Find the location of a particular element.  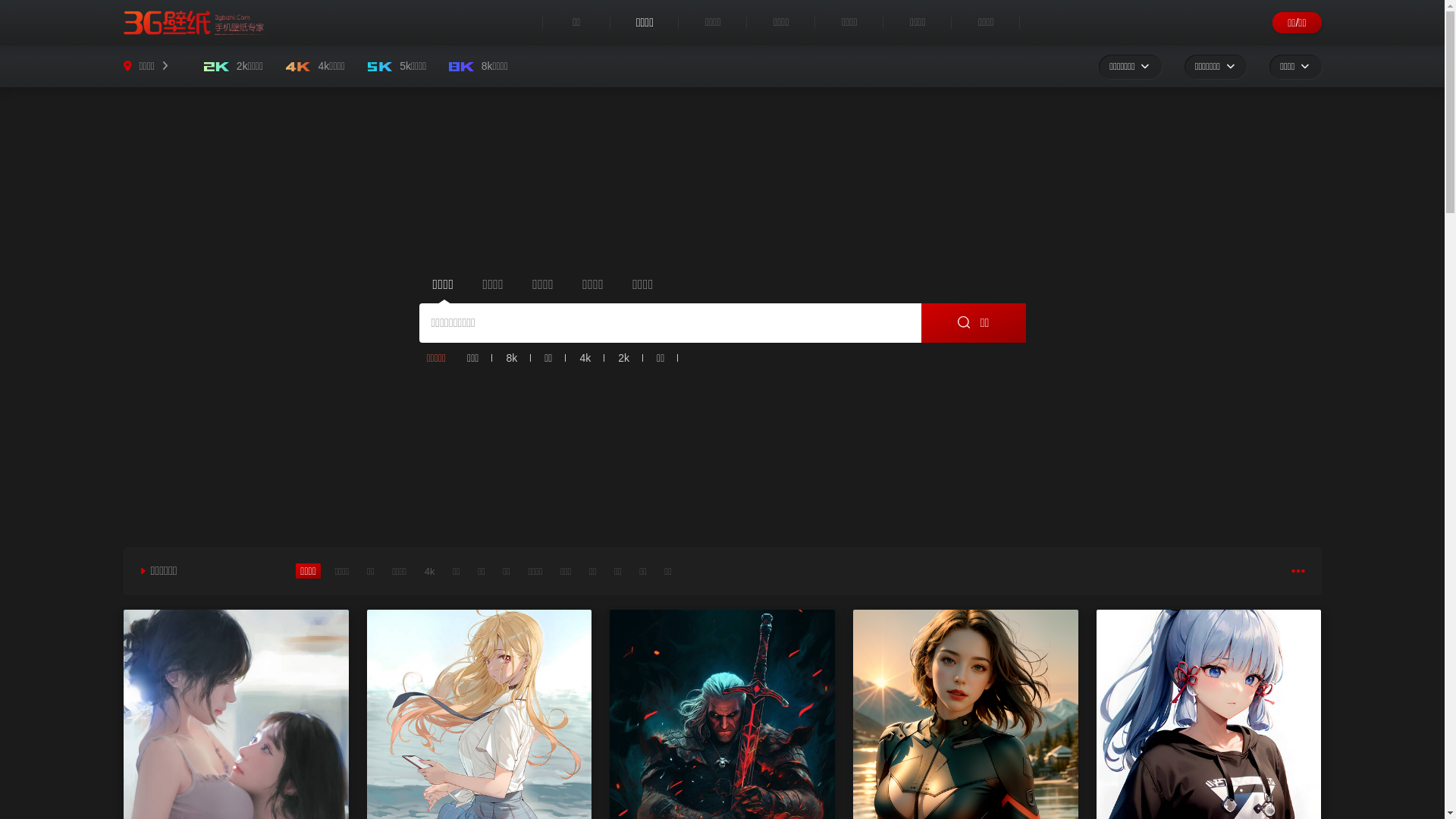

'4k' is located at coordinates (584, 357).